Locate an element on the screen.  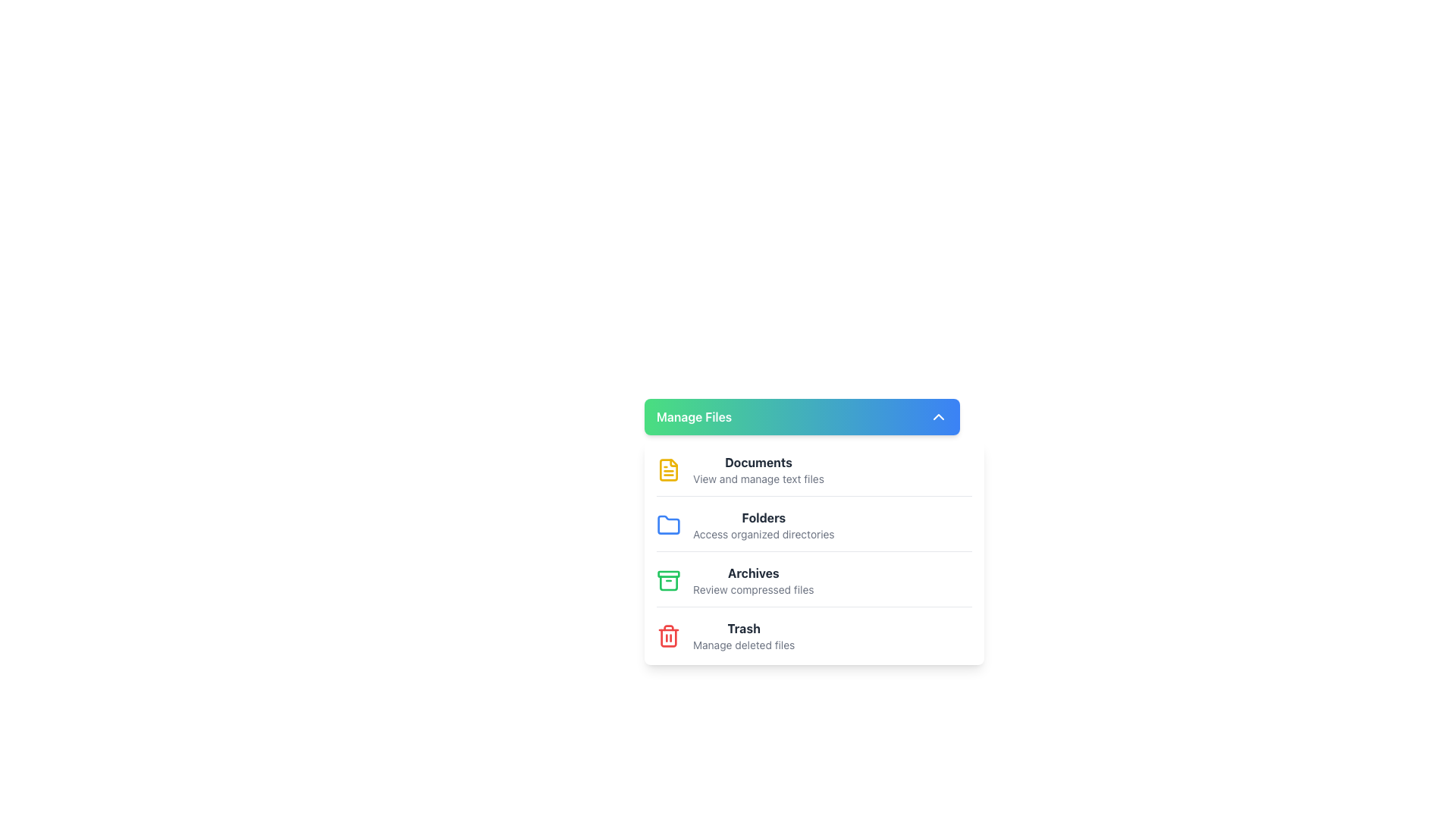
the List item titled 'Archives' that contains the description 'Review compressed files' and an icon of a green archive box is located at coordinates (753, 580).